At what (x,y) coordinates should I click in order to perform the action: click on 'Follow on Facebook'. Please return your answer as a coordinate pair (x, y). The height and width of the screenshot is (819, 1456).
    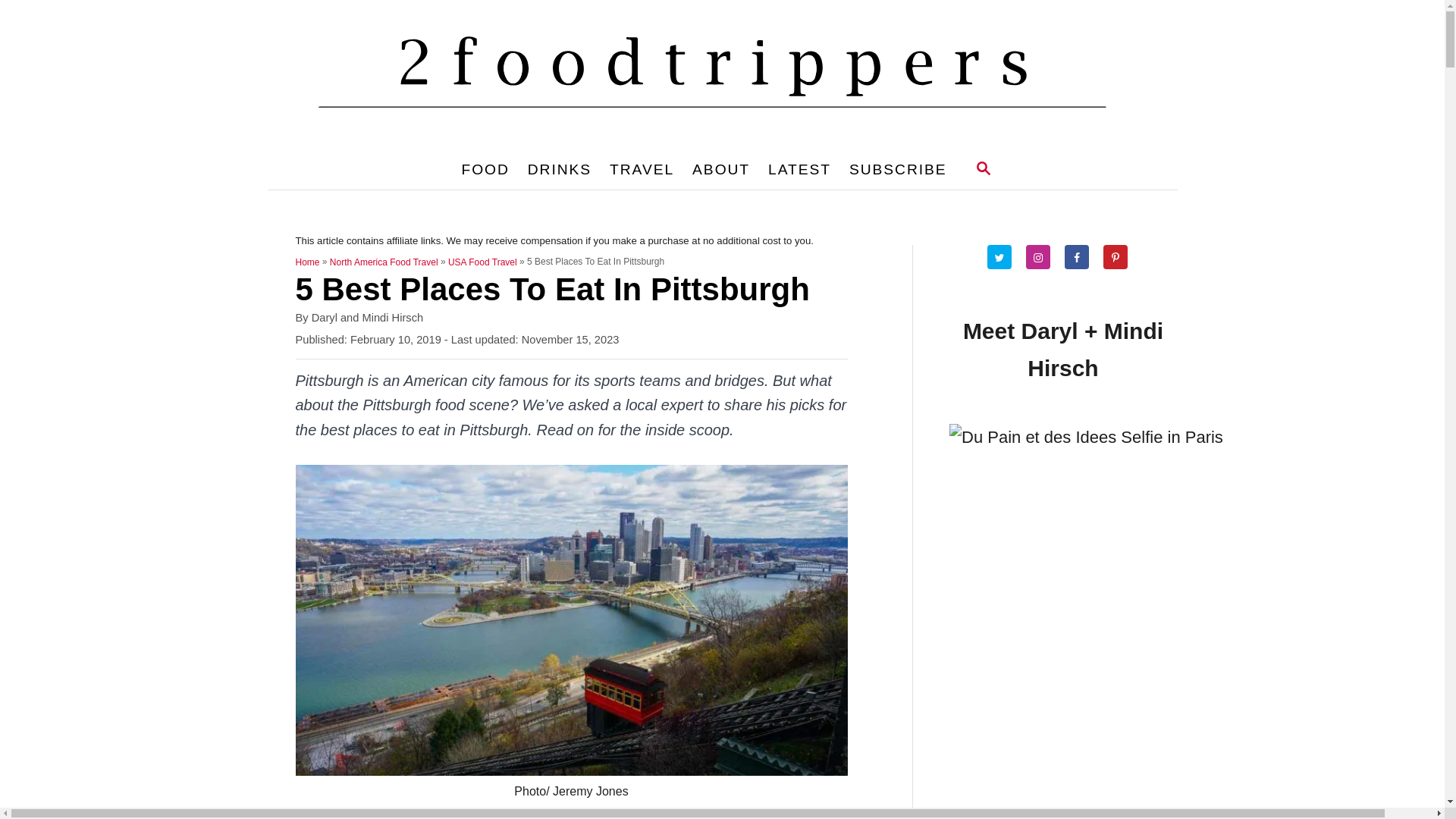
    Looking at the image, I should click on (1081, 256).